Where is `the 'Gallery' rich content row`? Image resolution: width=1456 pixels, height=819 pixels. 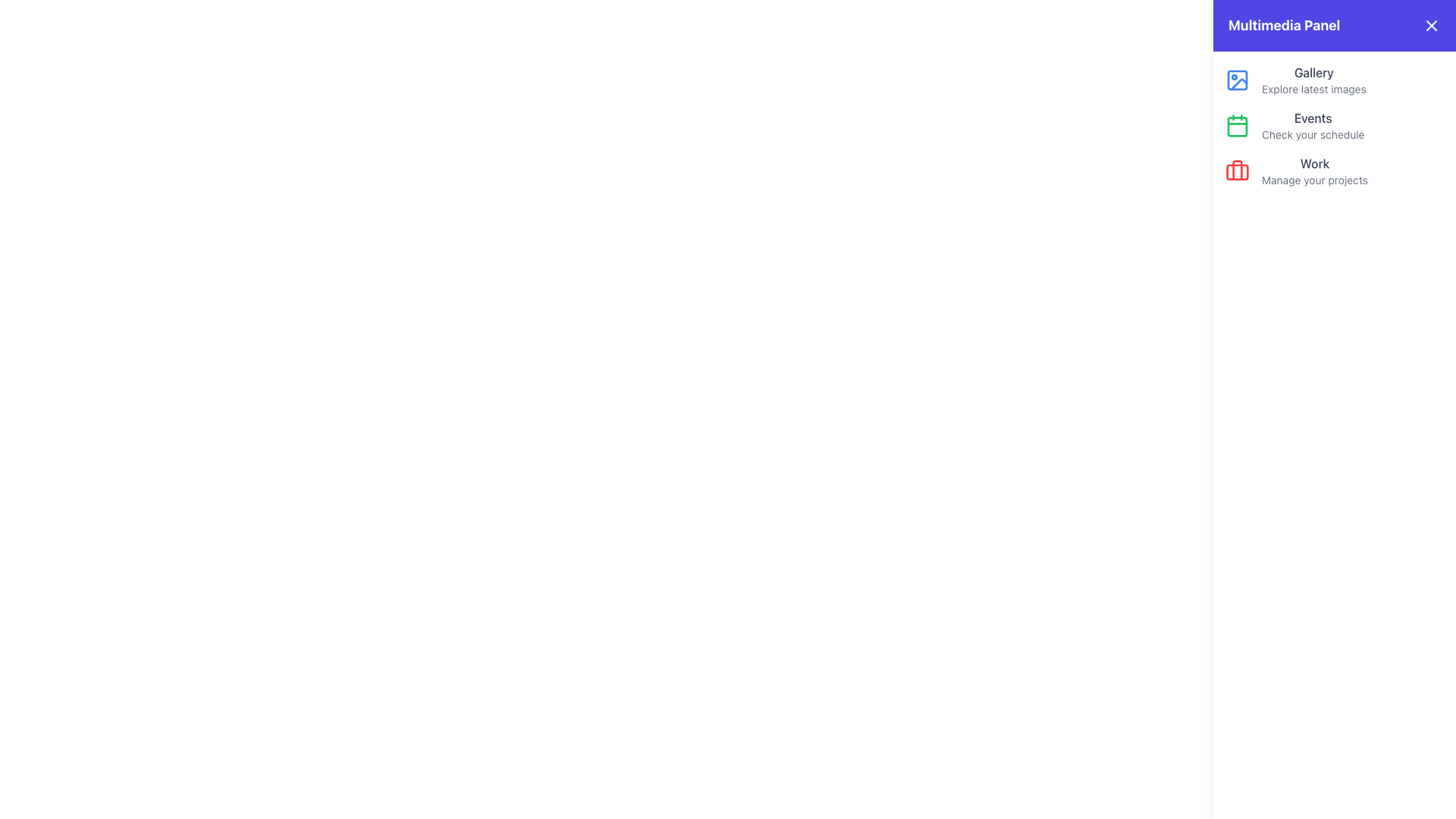
the 'Gallery' rich content row is located at coordinates (1335, 80).